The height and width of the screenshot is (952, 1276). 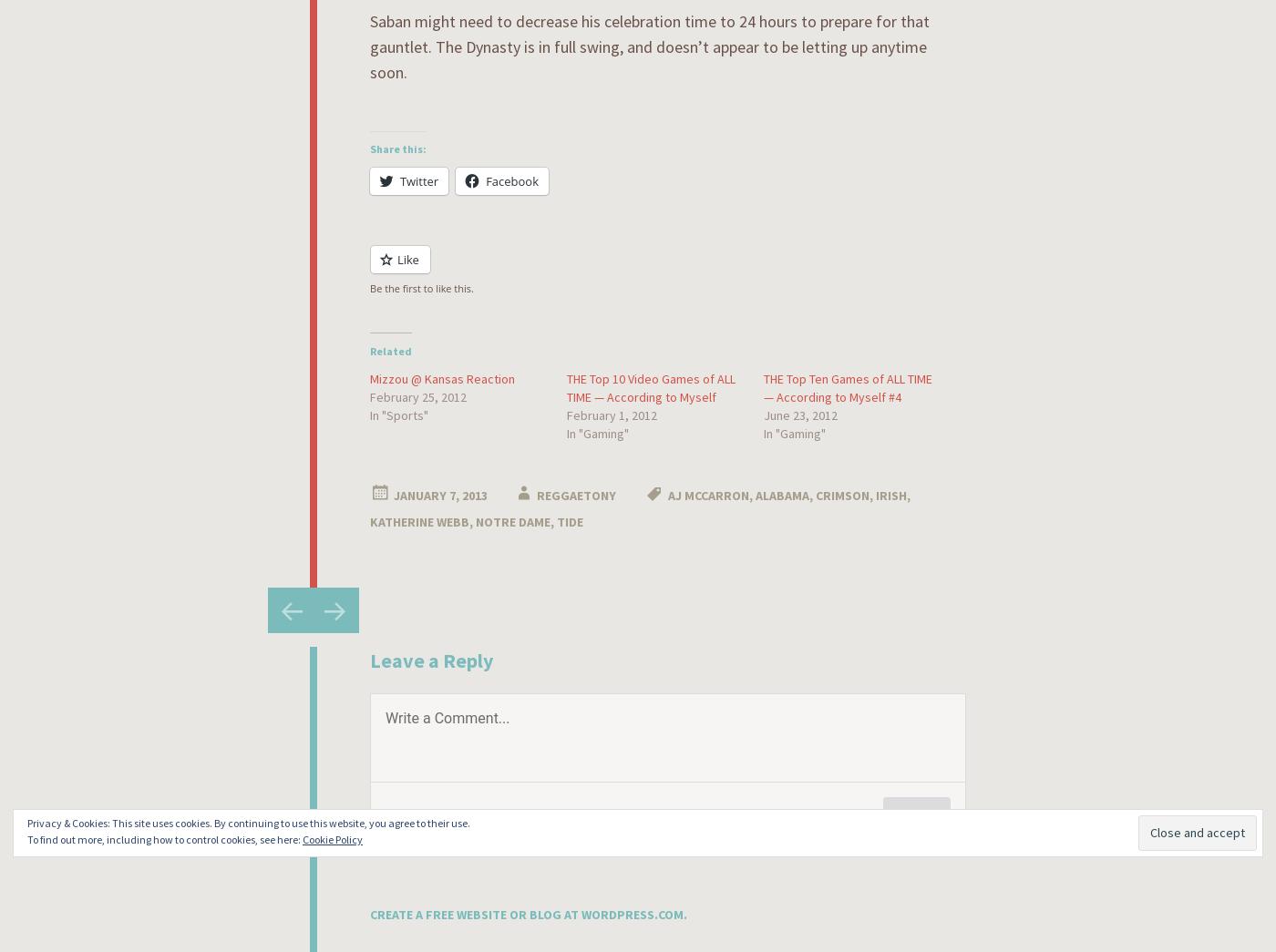 I want to click on 'Share this:', so click(x=397, y=148).